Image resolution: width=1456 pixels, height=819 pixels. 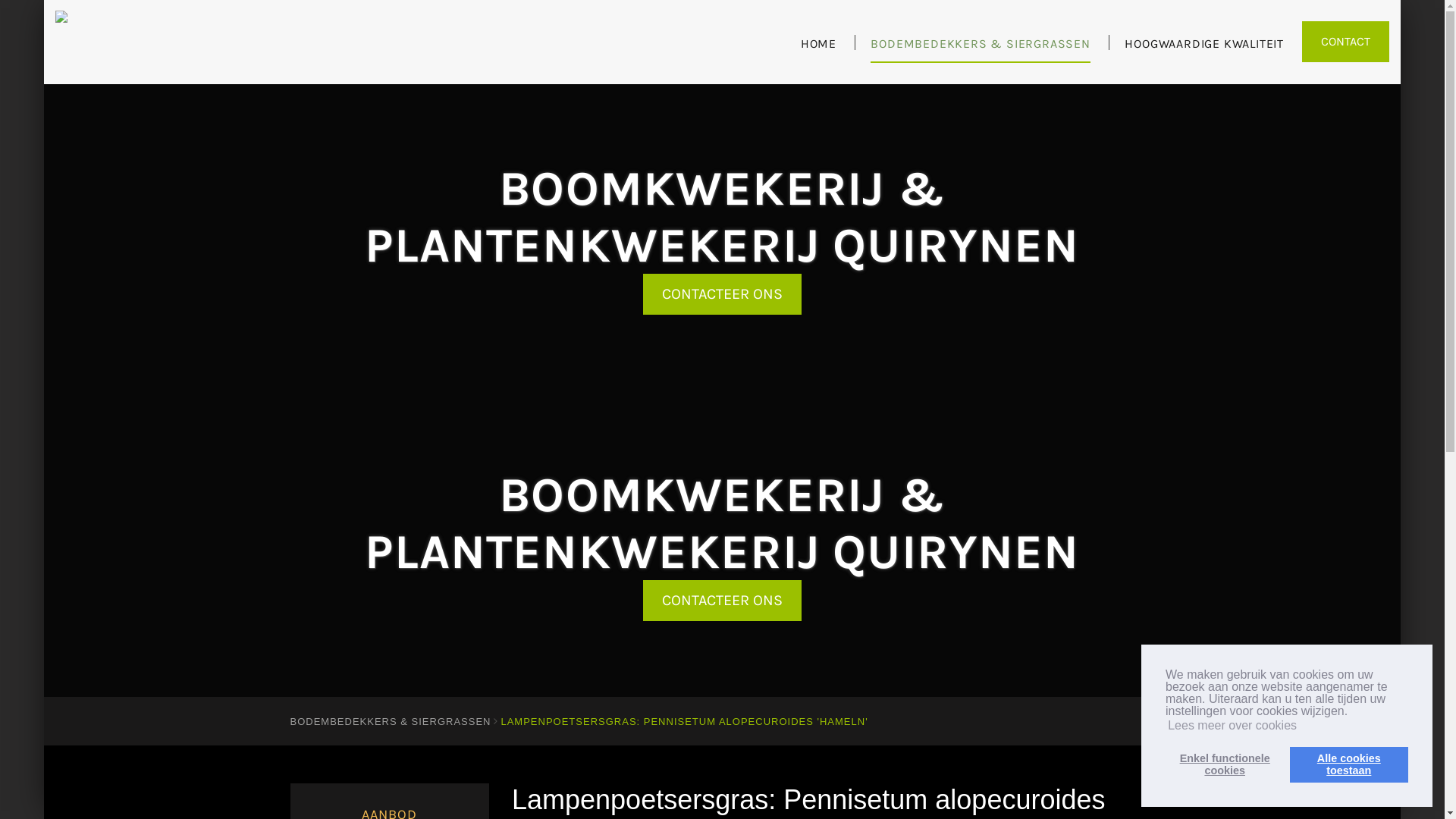 I want to click on 'HOME', so click(x=800, y=49).